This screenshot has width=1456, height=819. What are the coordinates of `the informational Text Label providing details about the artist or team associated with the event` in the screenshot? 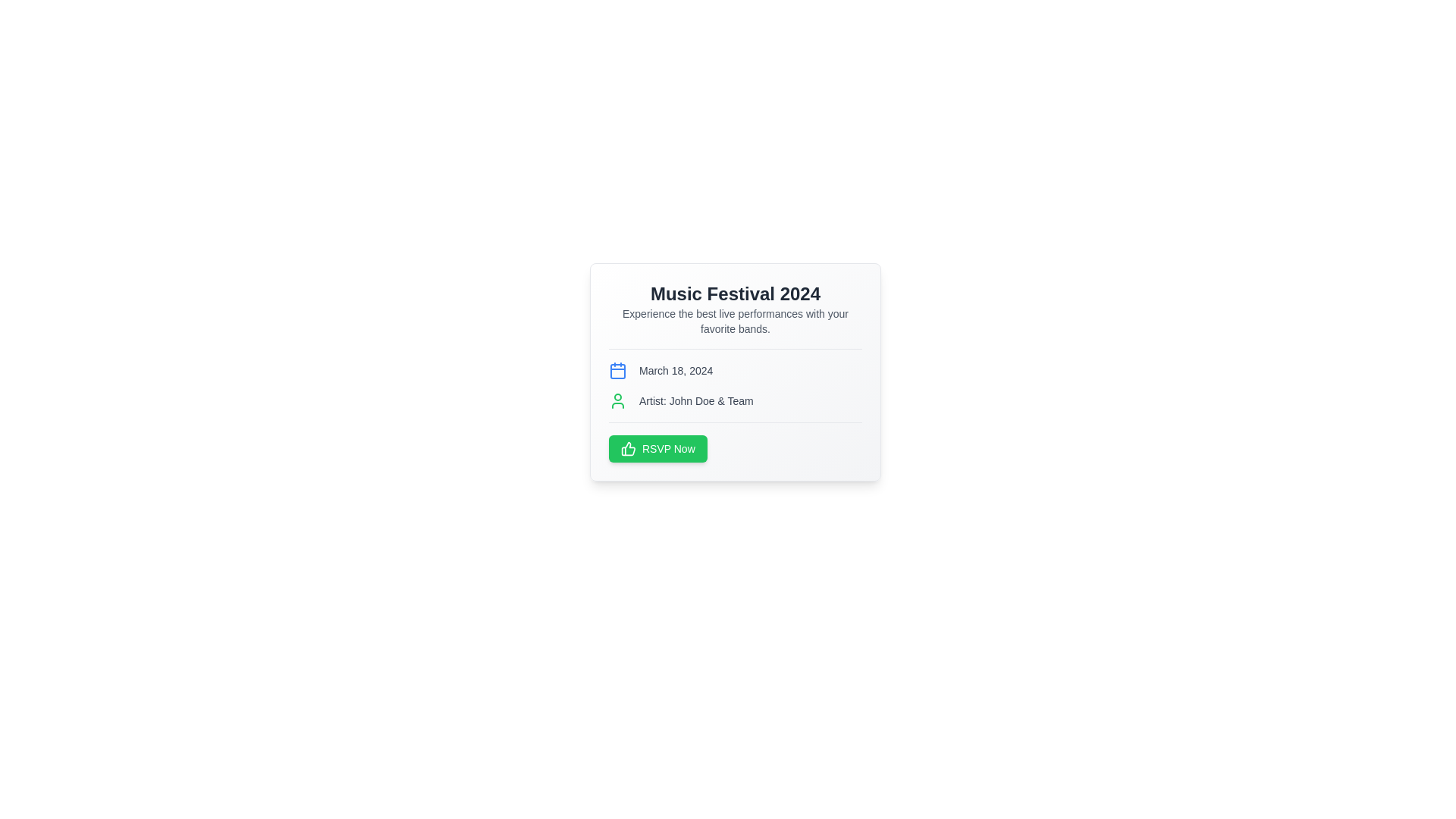 It's located at (695, 400).